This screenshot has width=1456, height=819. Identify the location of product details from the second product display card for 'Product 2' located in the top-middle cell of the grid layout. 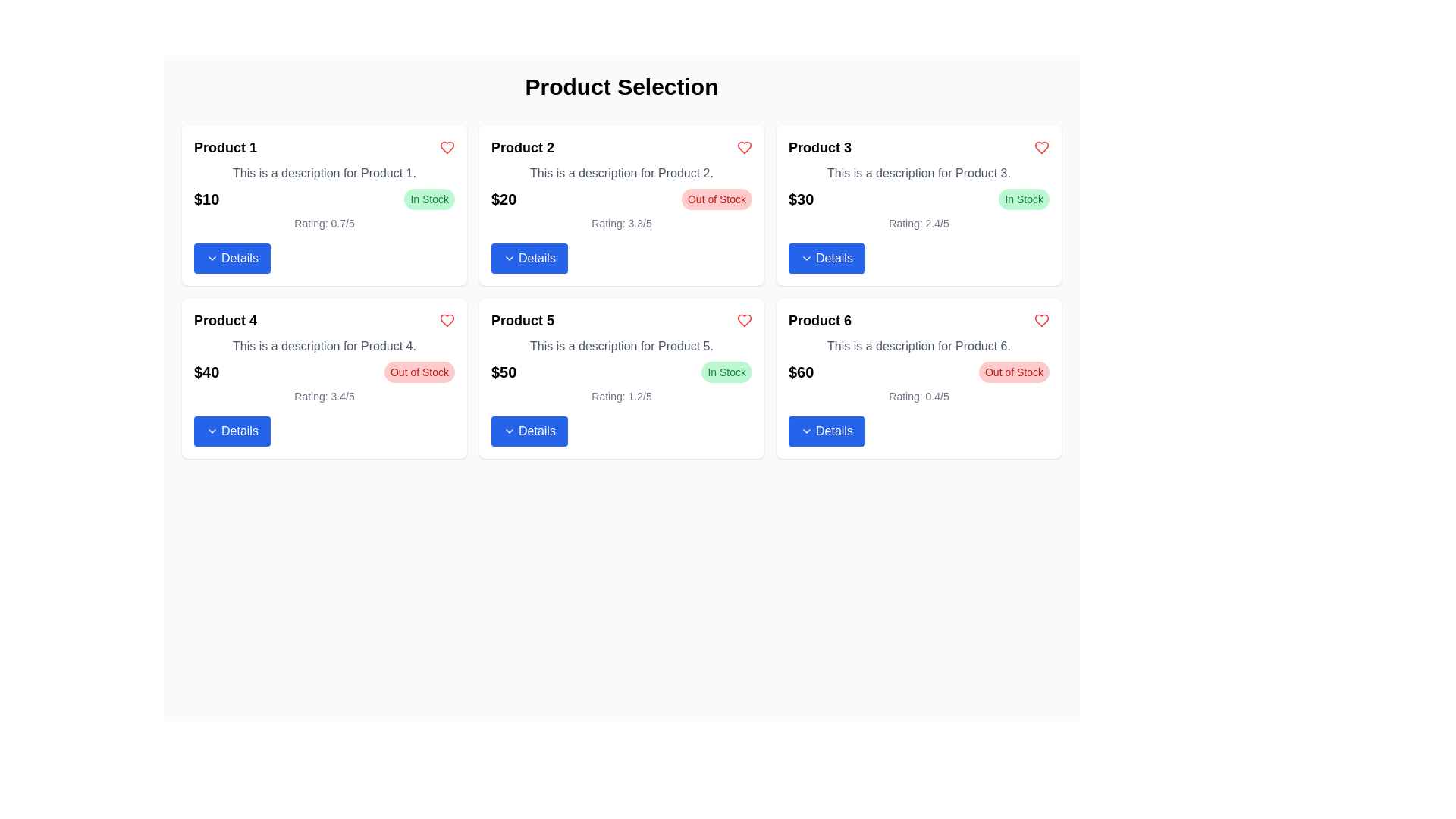
(622, 205).